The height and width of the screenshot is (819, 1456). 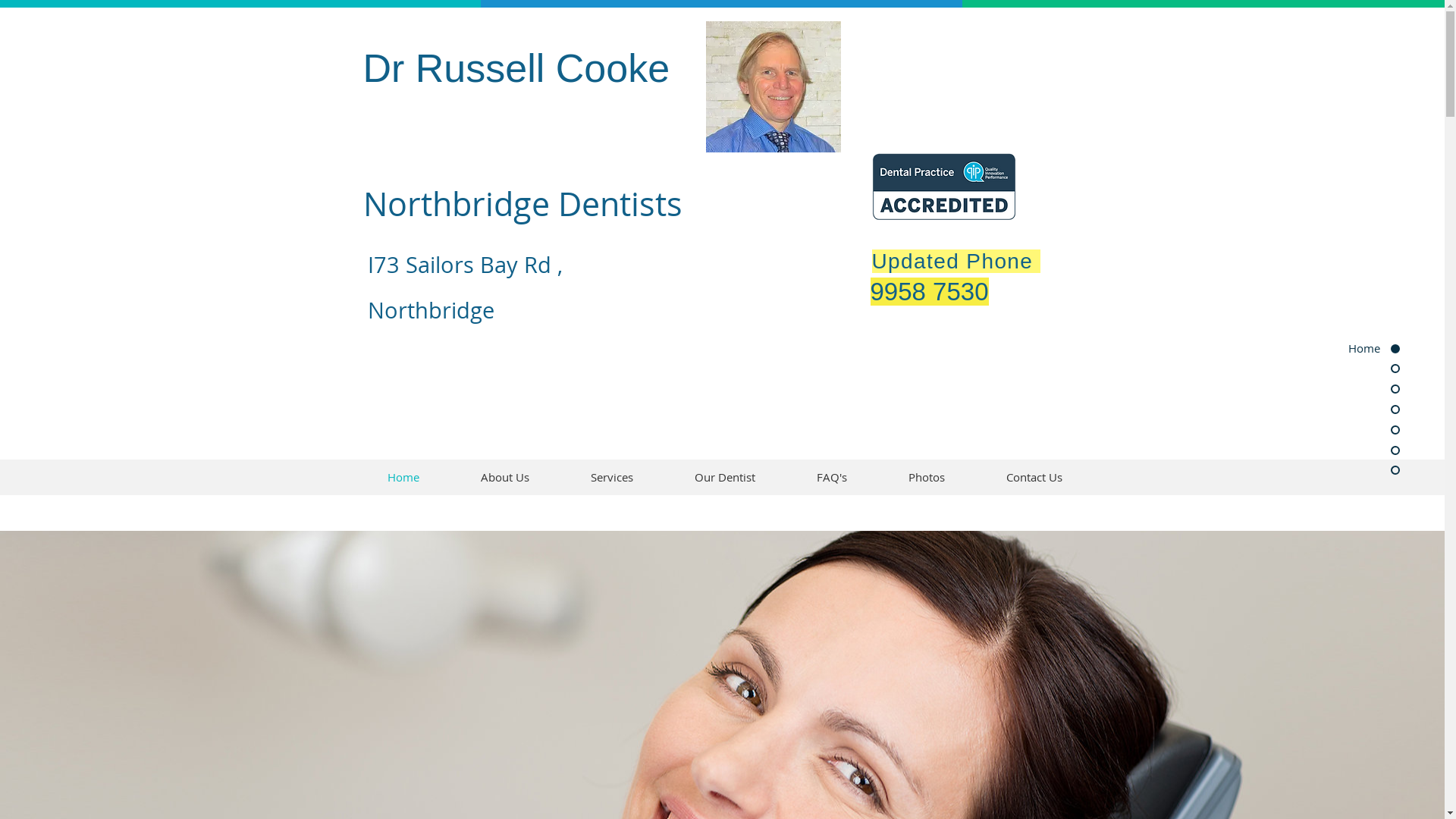 What do you see at coordinates (975, 476) in the screenshot?
I see `'Contact Us'` at bounding box center [975, 476].